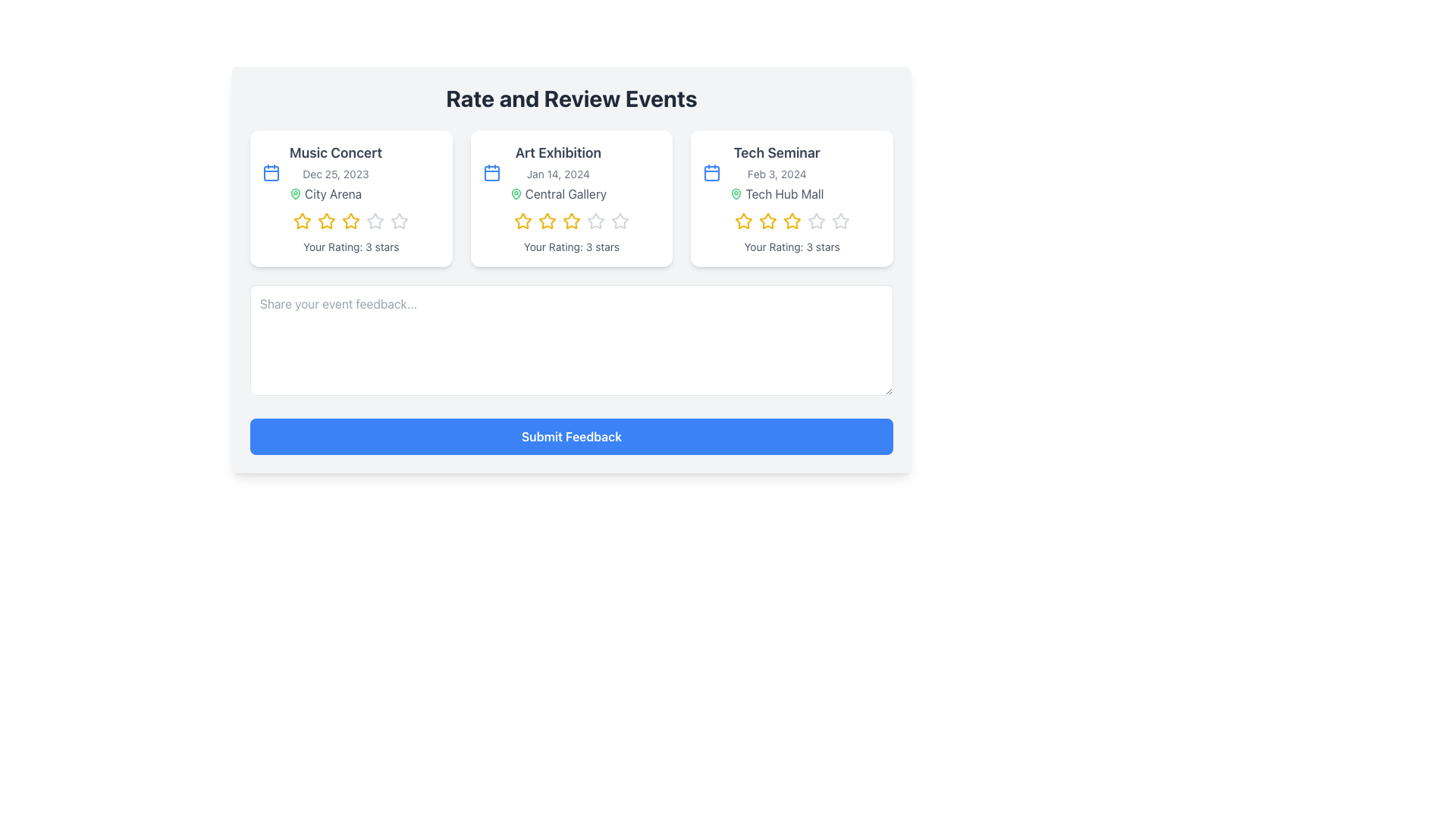  Describe the element at coordinates (791, 171) in the screenshot. I see `details from the 'Tech Seminar' informative card, which displays the event name, date, and location, positioned as the third card in a row of three event cards` at that location.